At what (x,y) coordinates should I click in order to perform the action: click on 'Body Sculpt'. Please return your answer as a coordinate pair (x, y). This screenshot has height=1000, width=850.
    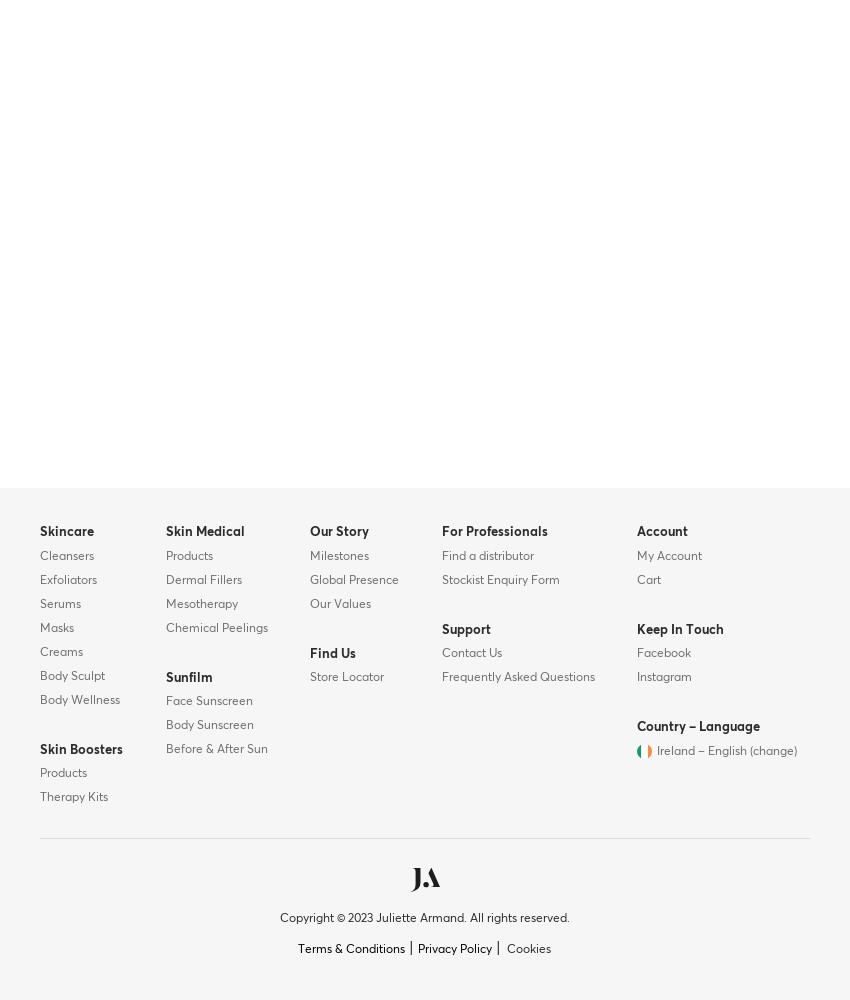
    Looking at the image, I should click on (72, 676).